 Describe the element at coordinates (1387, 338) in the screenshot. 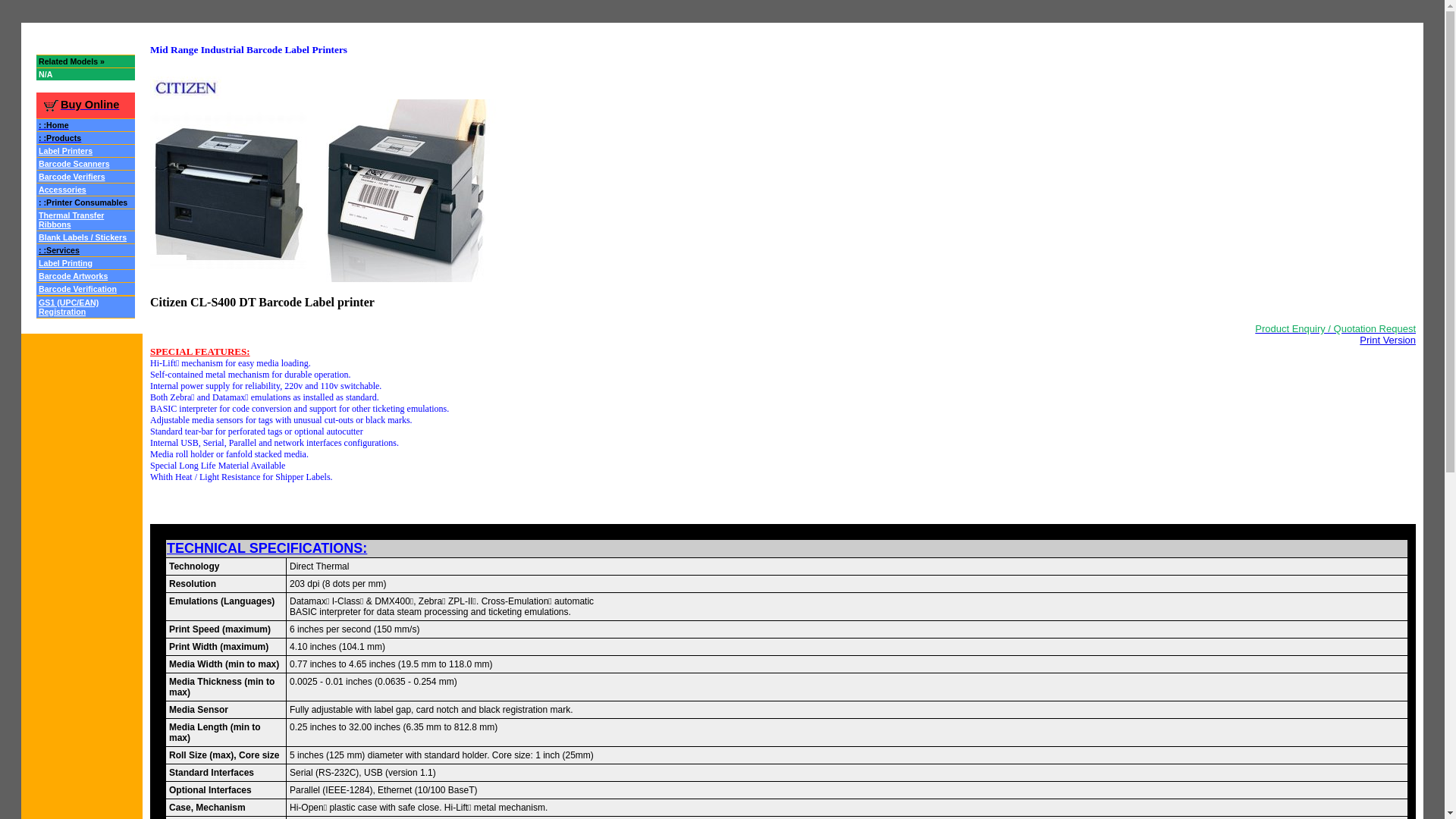

I see `'Print Version'` at that location.